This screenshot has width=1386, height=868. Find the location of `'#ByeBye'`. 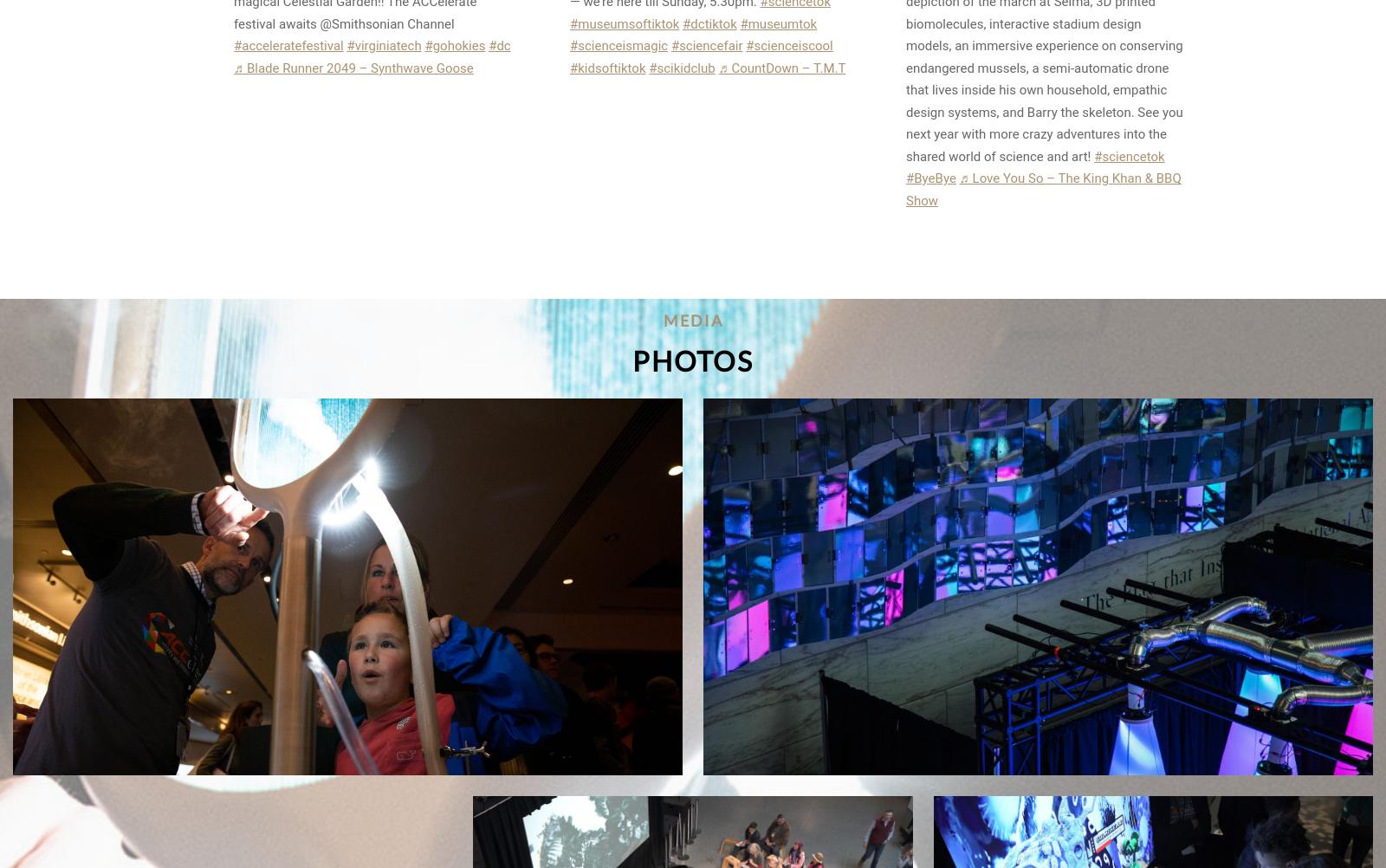

'#ByeBye' is located at coordinates (930, 178).